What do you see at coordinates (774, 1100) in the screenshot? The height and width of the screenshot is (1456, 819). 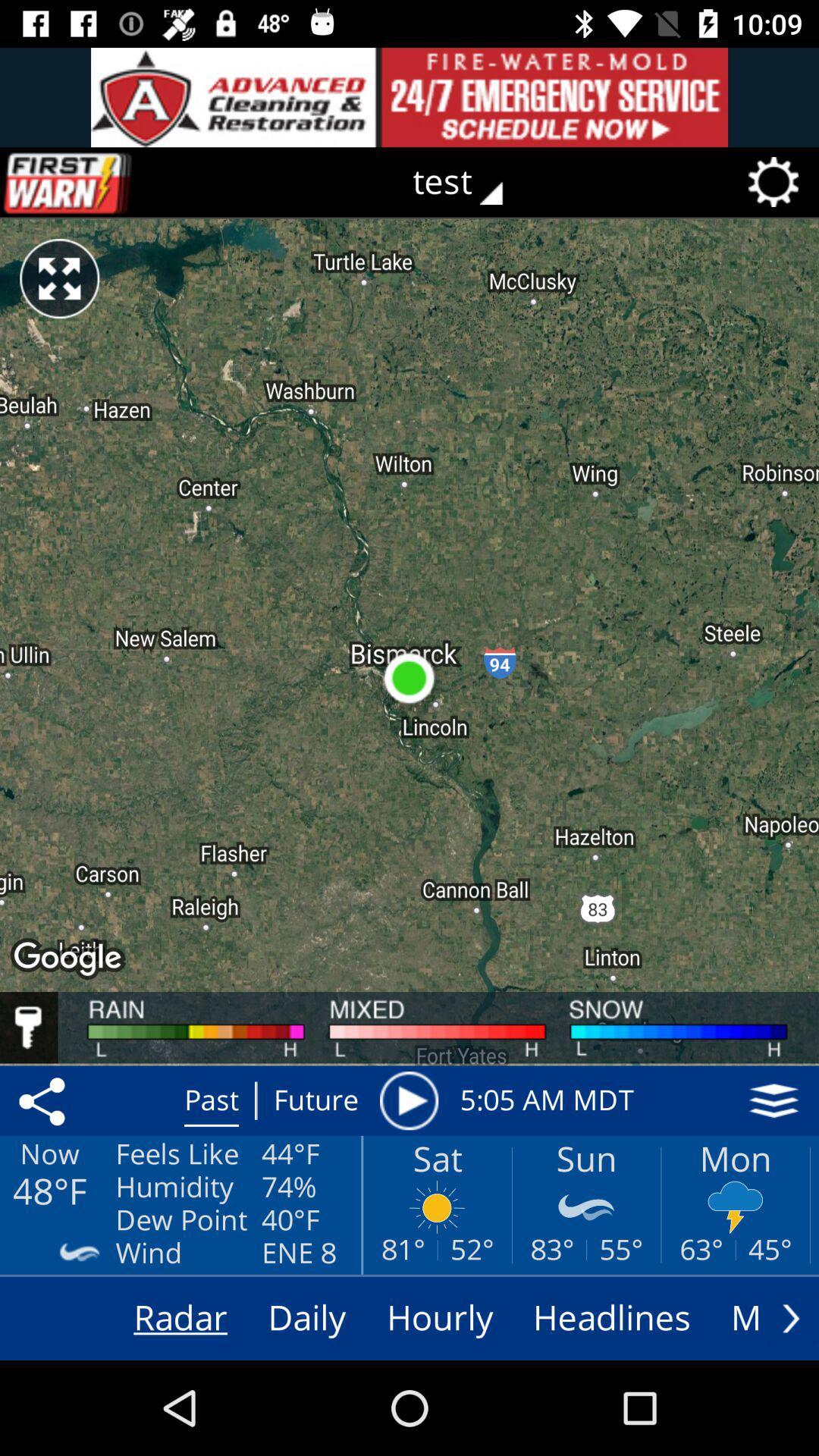 I see `icon on the right side of 505 am mdt` at bounding box center [774, 1100].